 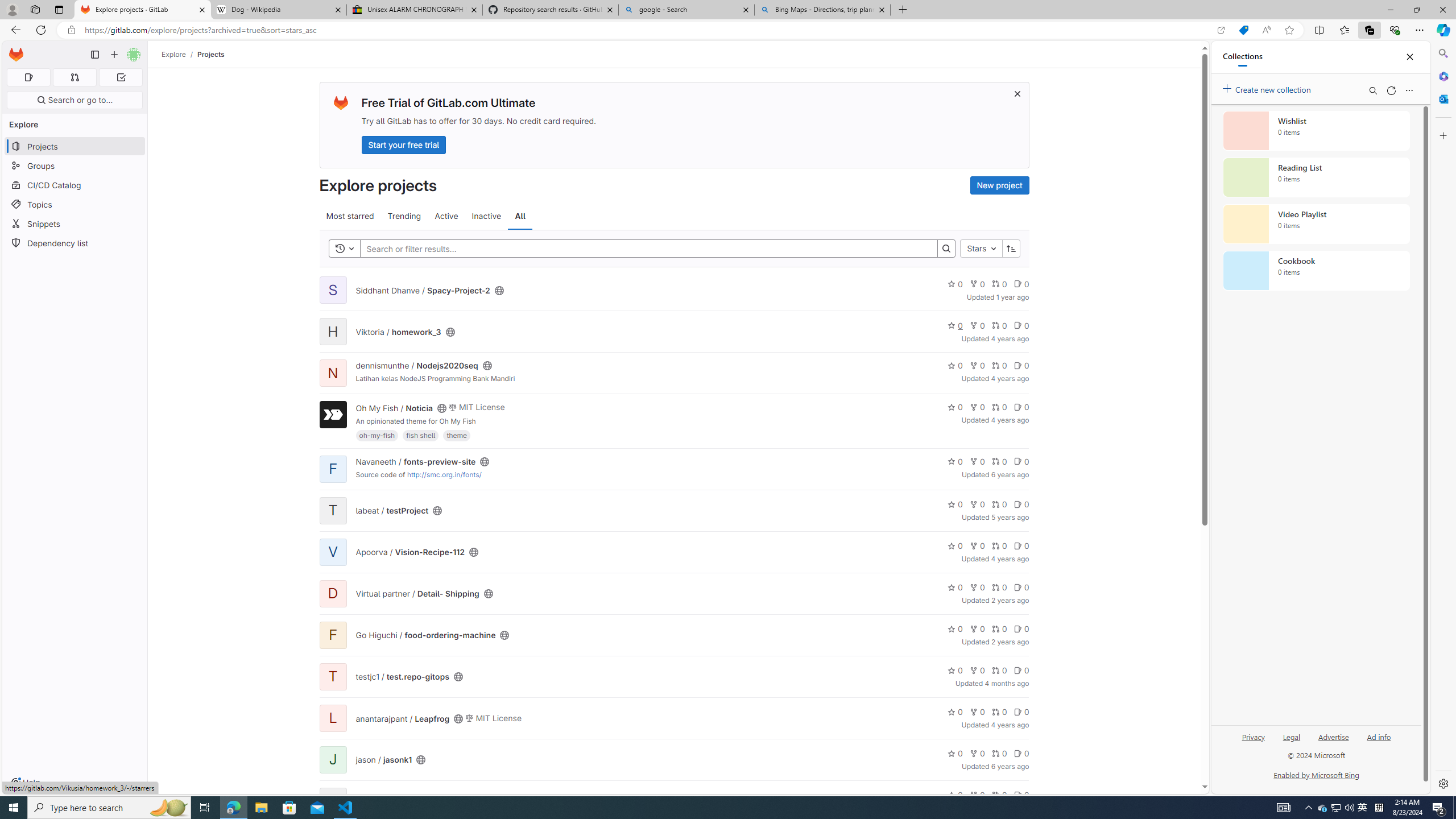 I want to click on 'Start your free trial', so click(x=403, y=144).